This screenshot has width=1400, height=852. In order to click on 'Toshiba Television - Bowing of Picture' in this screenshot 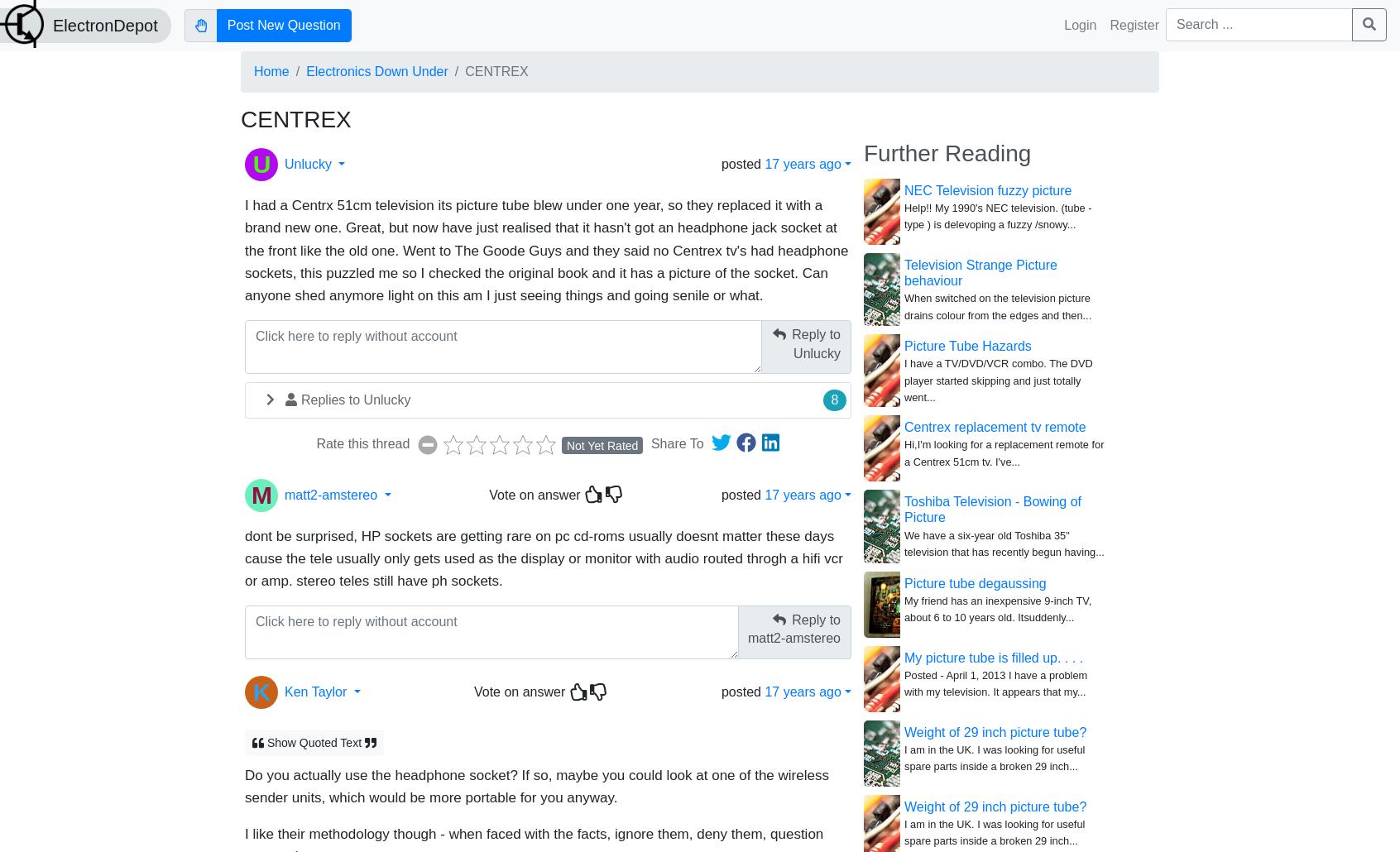, I will do `click(991, 509)`.